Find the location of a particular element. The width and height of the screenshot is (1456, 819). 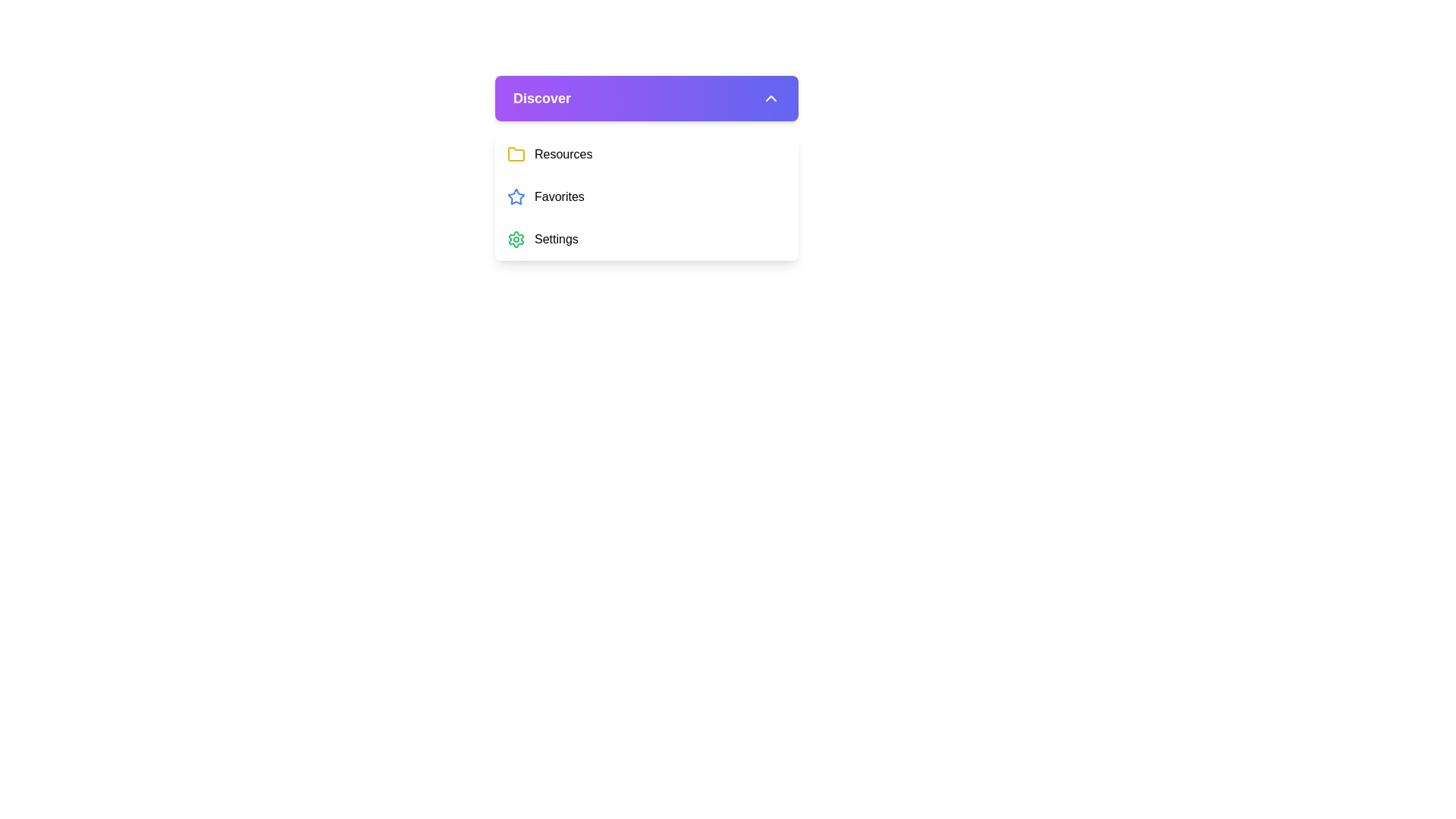

the settings icon located in the 'Discover' menu, adjacent to the 'Settings' label is located at coordinates (516, 239).